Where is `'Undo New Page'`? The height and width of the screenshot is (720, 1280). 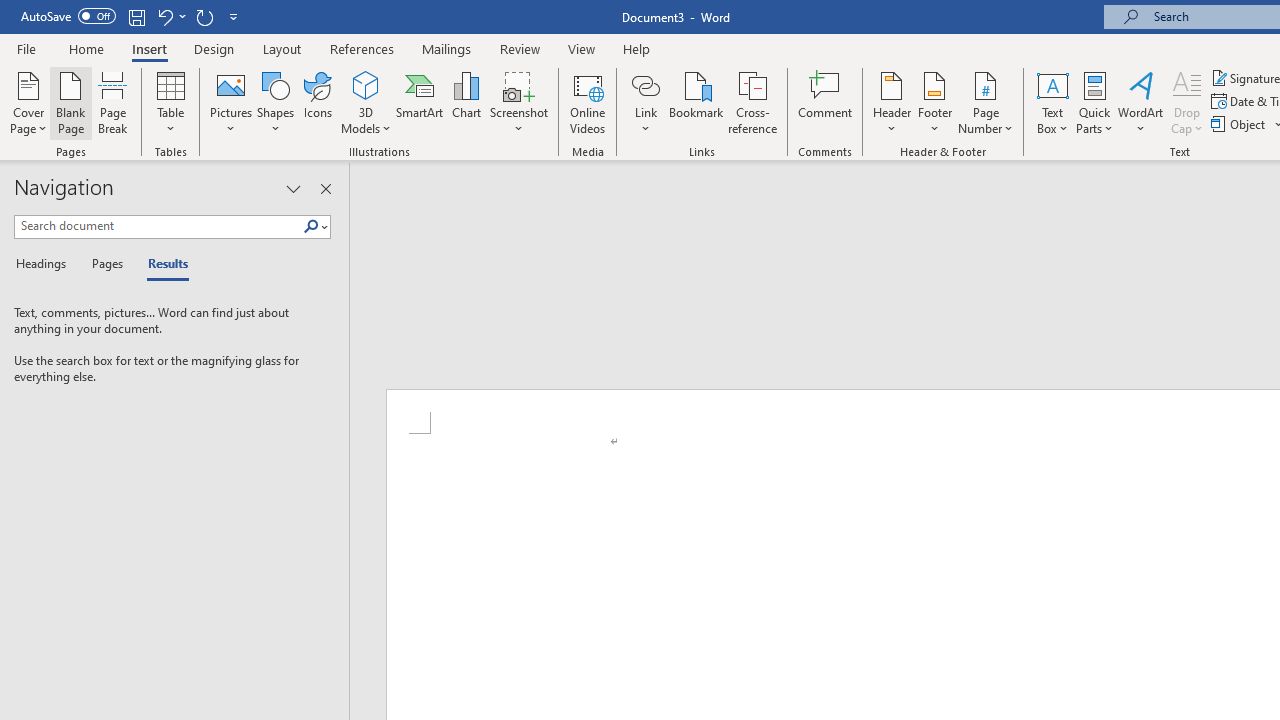 'Undo New Page' is located at coordinates (170, 16).